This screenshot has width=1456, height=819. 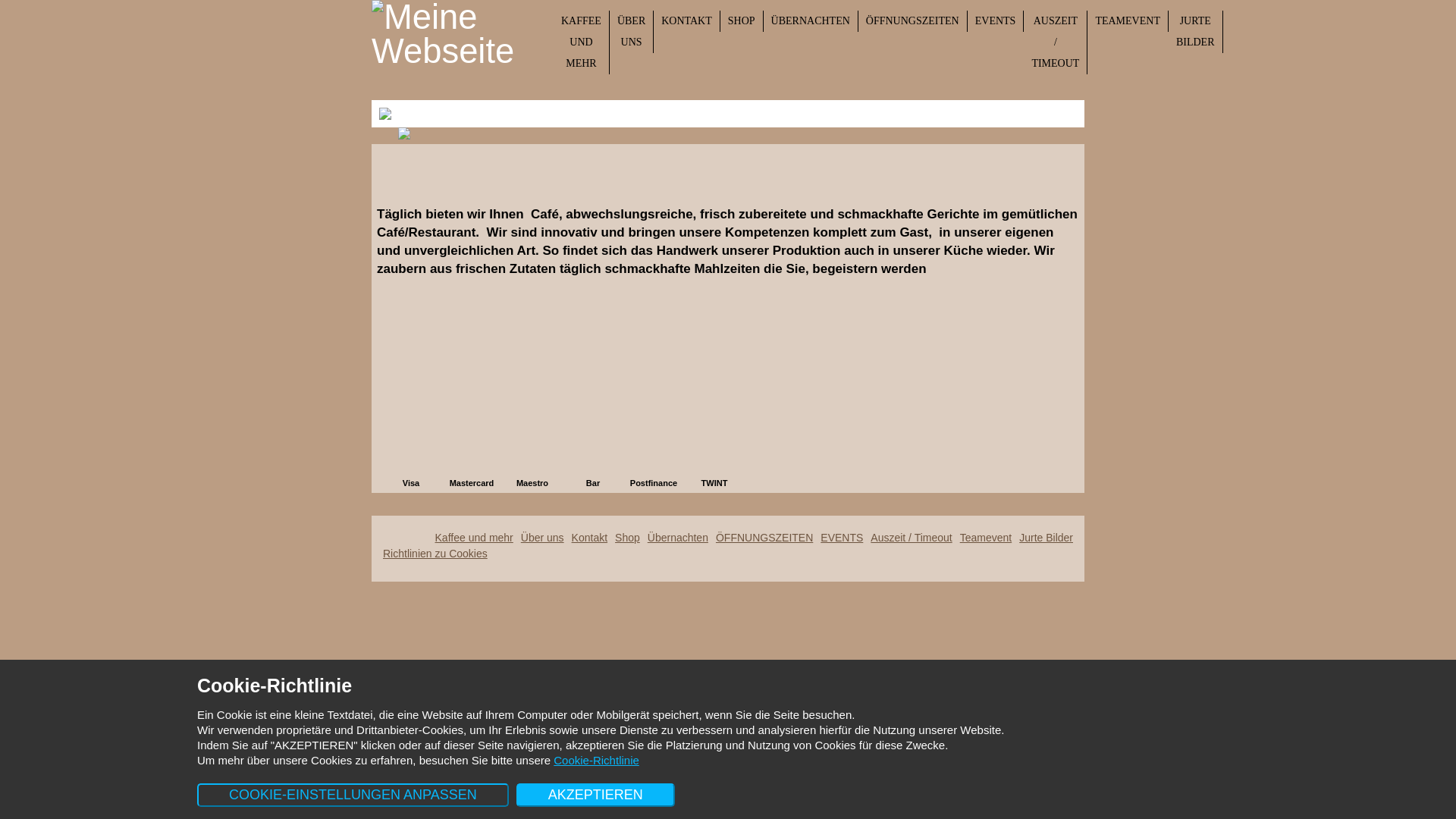 I want to click on 'Jurte Bilder', so click(x=1045, y=537).